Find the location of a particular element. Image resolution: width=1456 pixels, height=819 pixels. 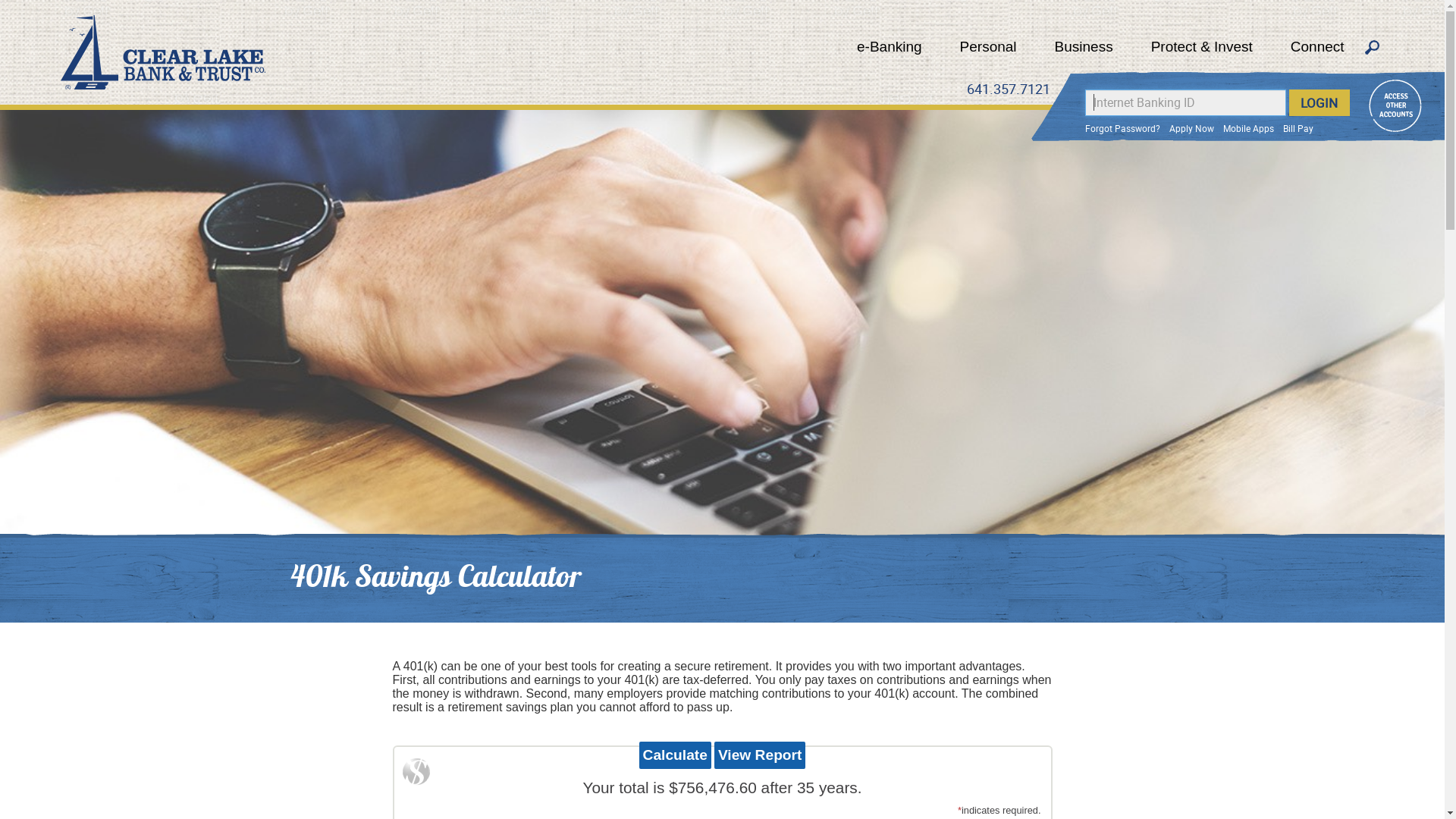

'LOGIN' is located at coordinates (1318, 102).